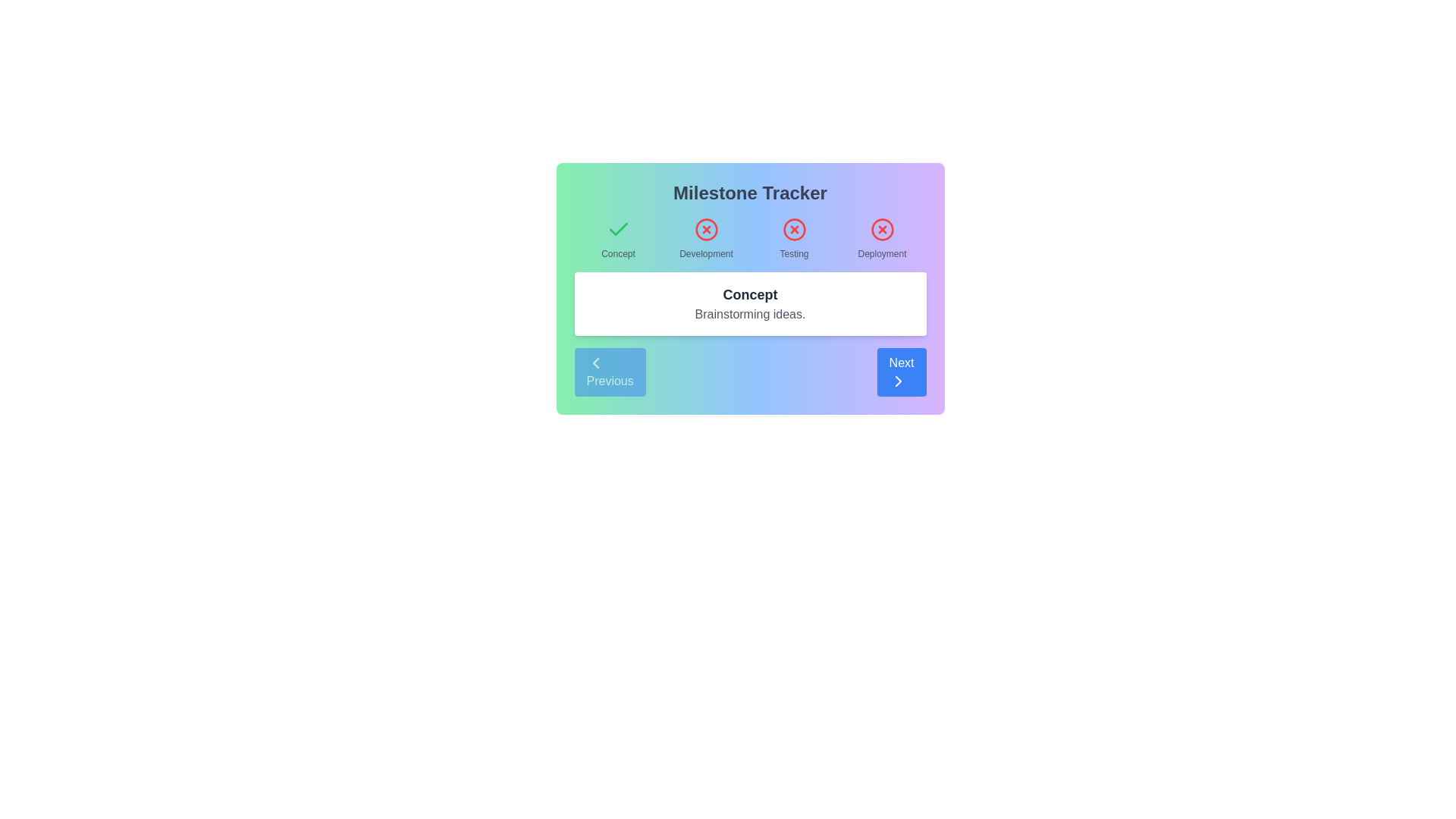  What do you see at coordinates (595, 362) in the screenshot?
I see `the left chevron SVG icon inside the 'Previous' button to interact with the button and navigate to the previous step or page` at bounding box center [595, 362].